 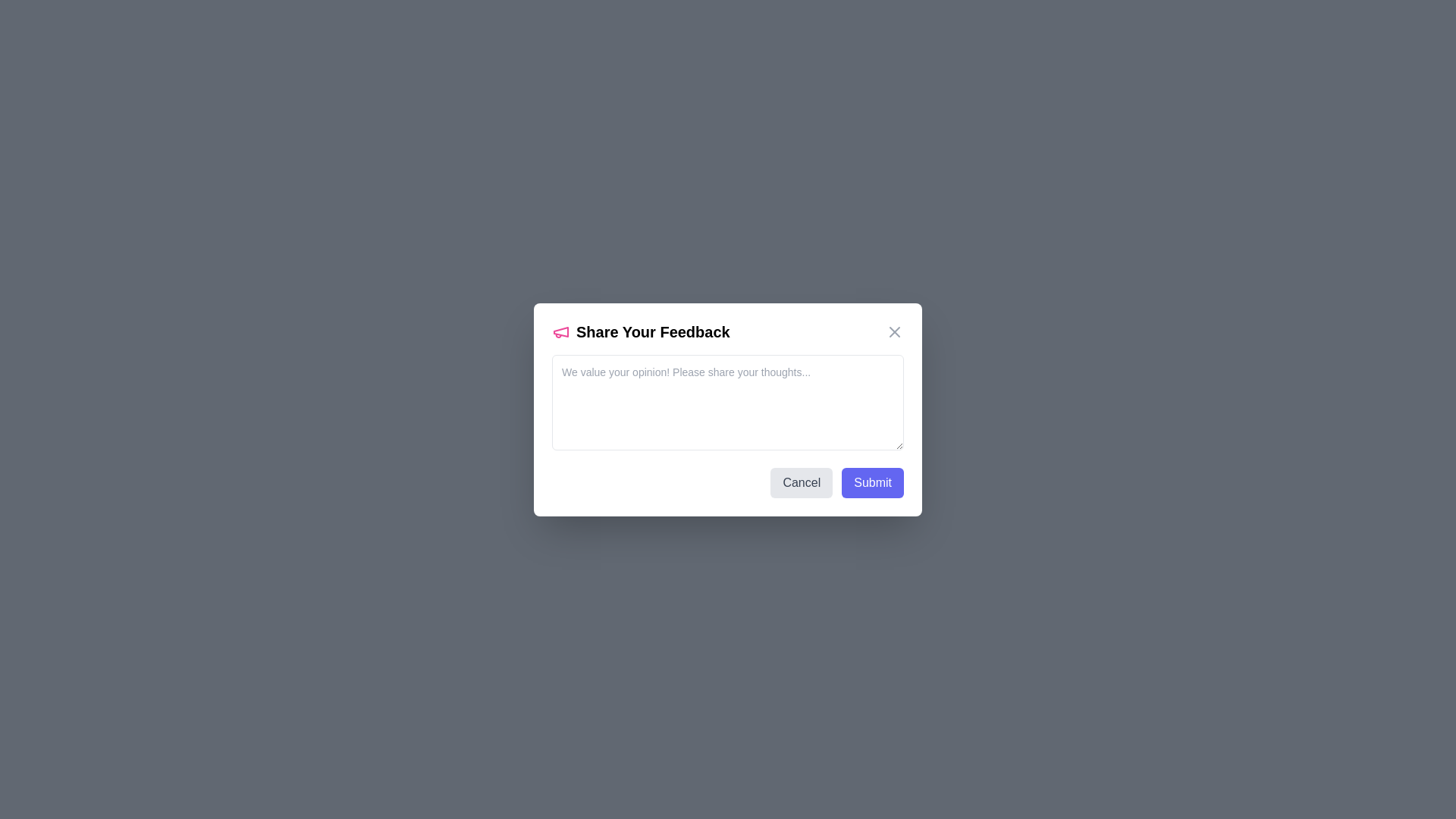 What do you see at coordinates (800, 482) in the screenshot?
I see `the 'Cancel' button to close the feedback dialog` at bounding box center [800, 482].